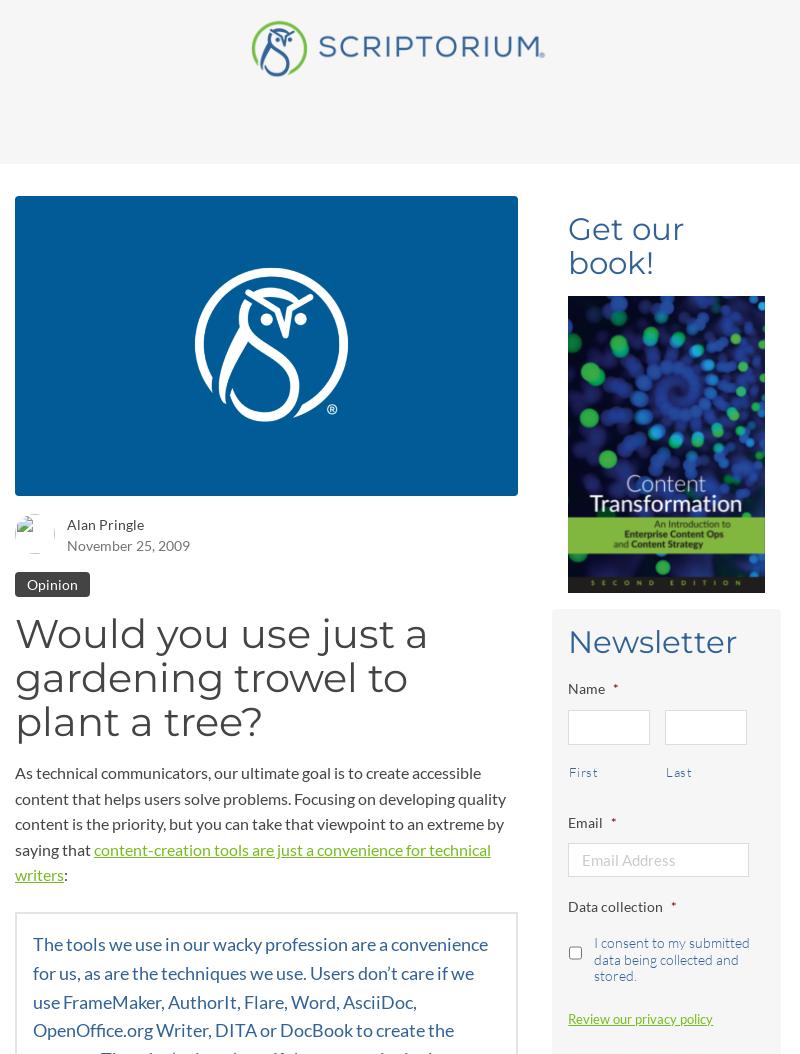  Describe the element at coordinates (233, 41) in the screenshot. I see `'November 25th, 2009 - 11:48am'` at that location.